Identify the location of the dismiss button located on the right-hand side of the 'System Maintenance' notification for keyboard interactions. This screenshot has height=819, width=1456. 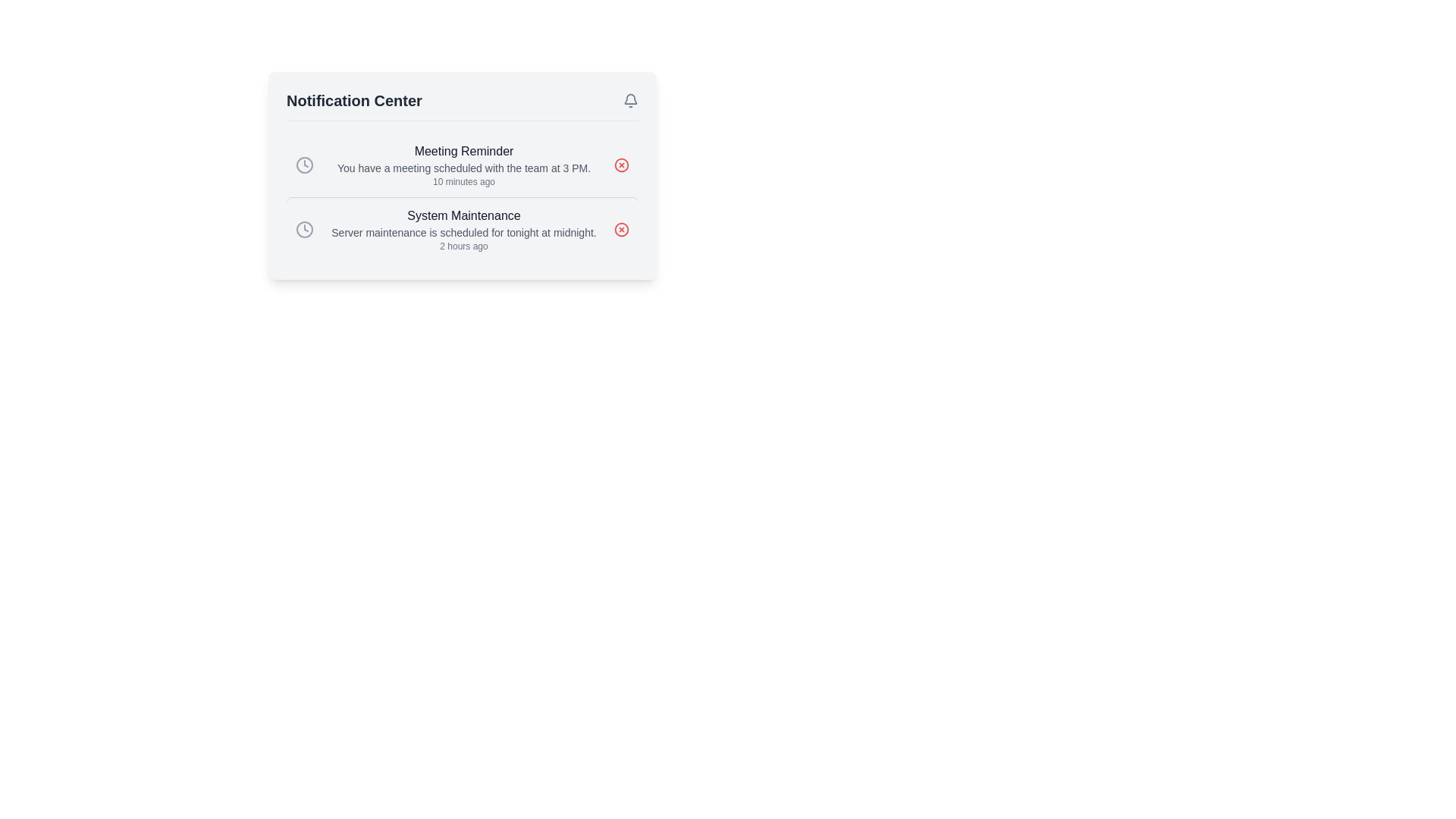
(622, 230).